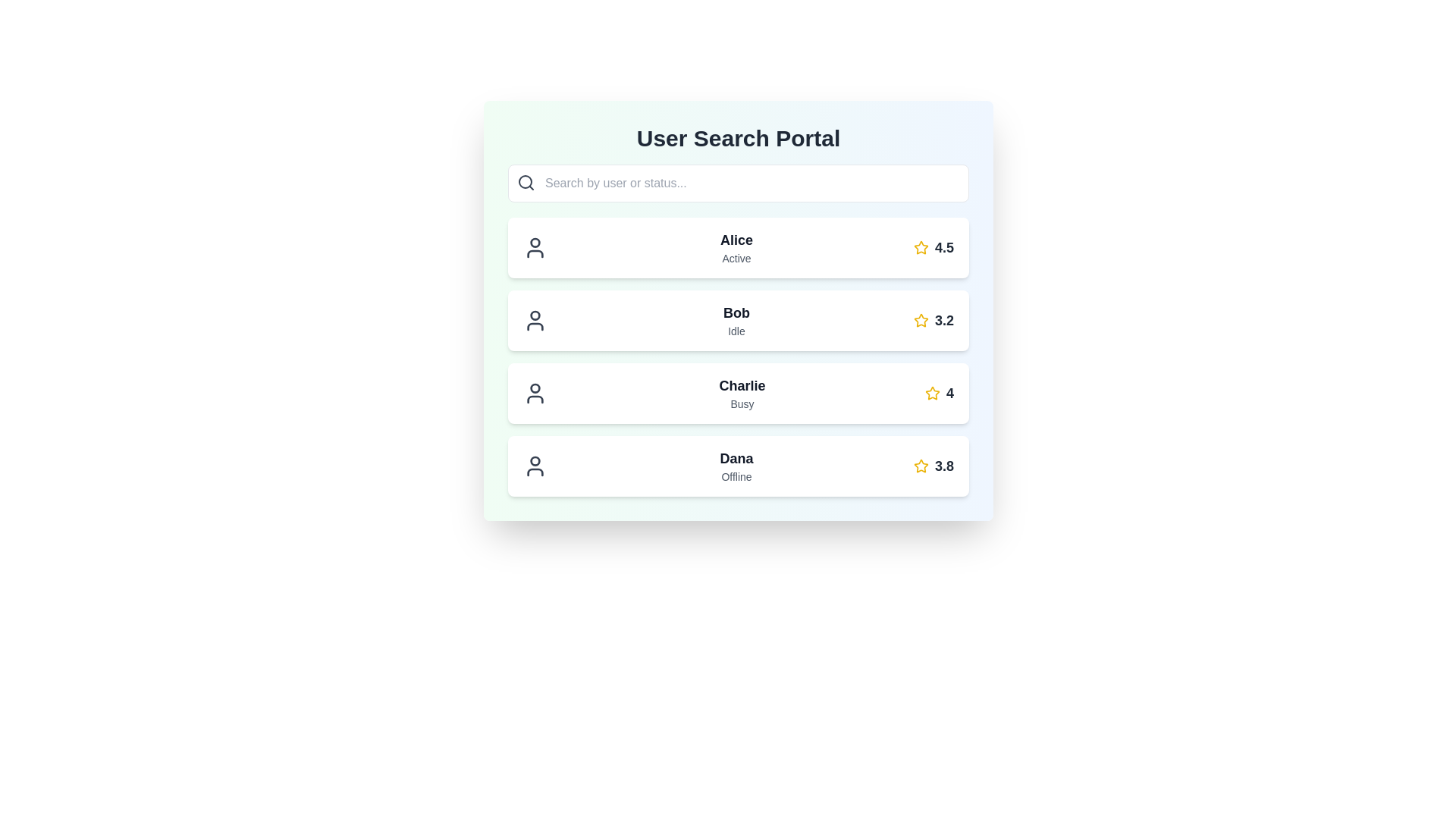  Describe the element at coordinates (742, 393) in the screenshot. I see `text displayed as 'Charlie' in bold and 'Busy' in a lighter font, which is centrally aligned in the third row of user cards` at that location.